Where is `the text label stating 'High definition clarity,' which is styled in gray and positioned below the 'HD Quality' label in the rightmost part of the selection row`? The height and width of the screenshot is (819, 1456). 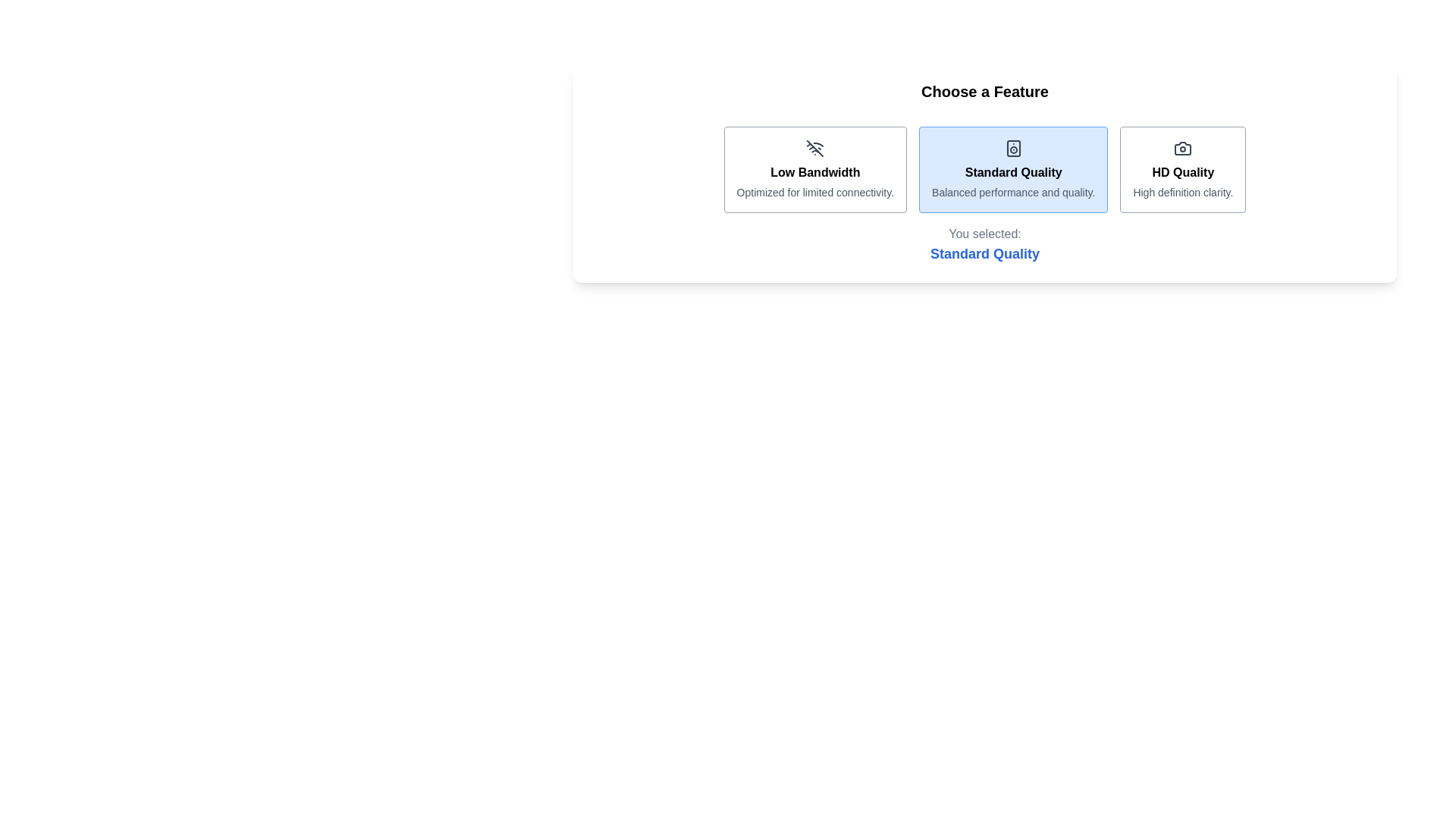
the text label stating 'High definition clarity,' which is styled in gray and positioned below the 'HD Quality' label in the rightmost part of the selection row is located at coordinates (1182, 192).